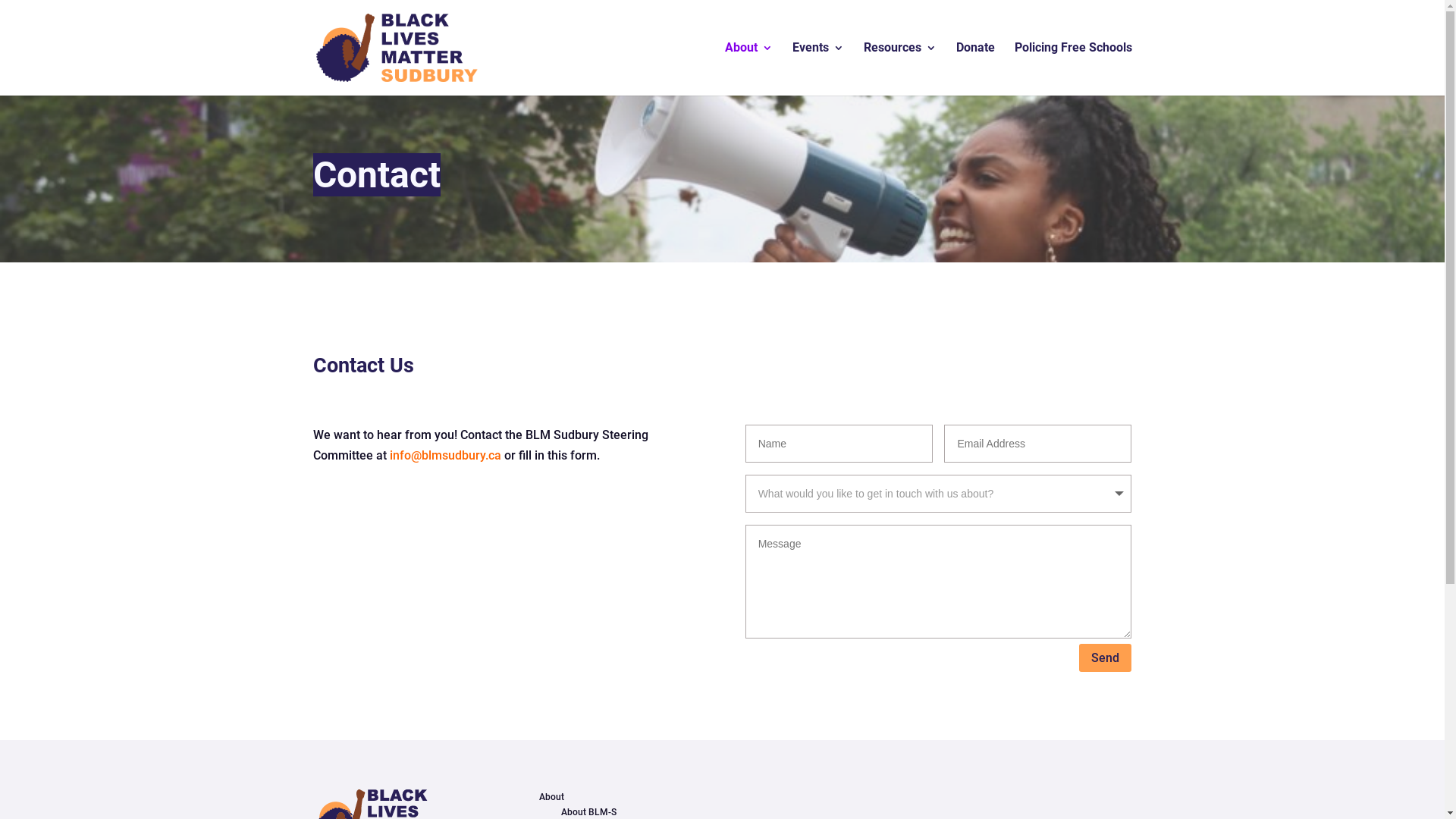 The image size is (1456, 819). Describe the element at coordinates (444, 454) in the screenshot. I see `'info@blmsudbury.ca'` at that location.